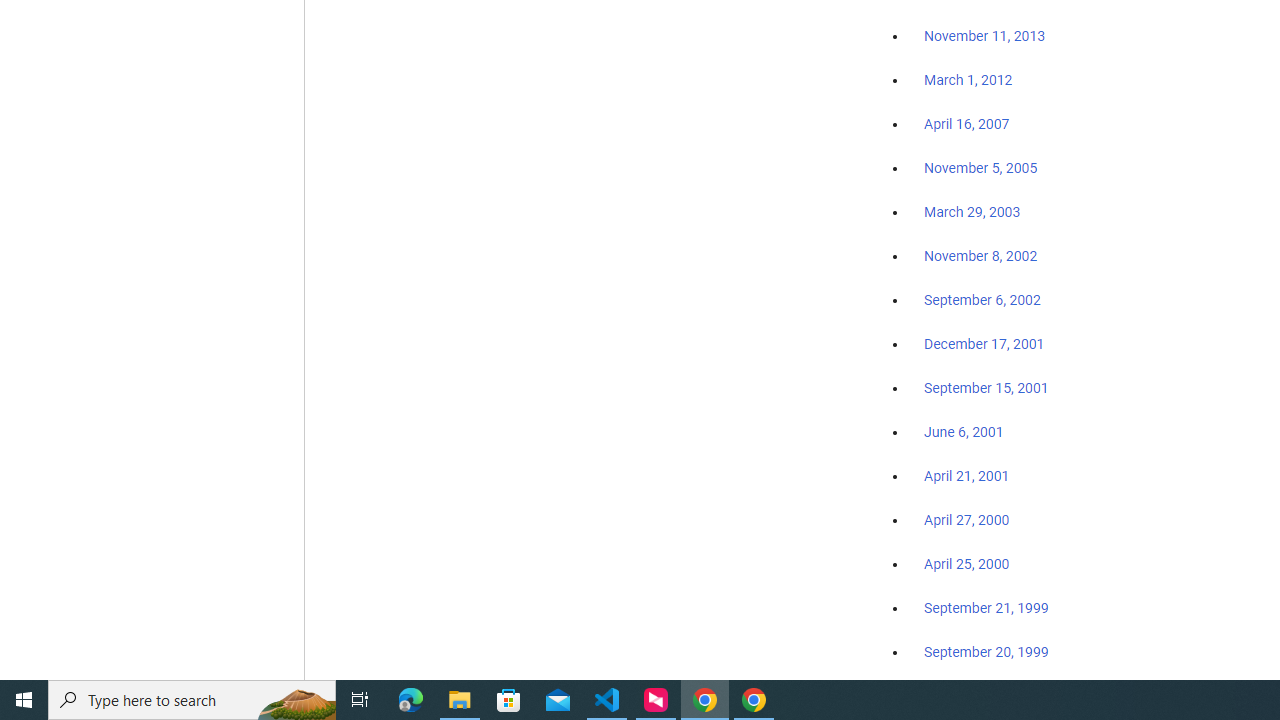  What do you see at coordinates (981, 255) in the screenshot?
I see `'November 8, 2002'` at bounding box center [981, 255].